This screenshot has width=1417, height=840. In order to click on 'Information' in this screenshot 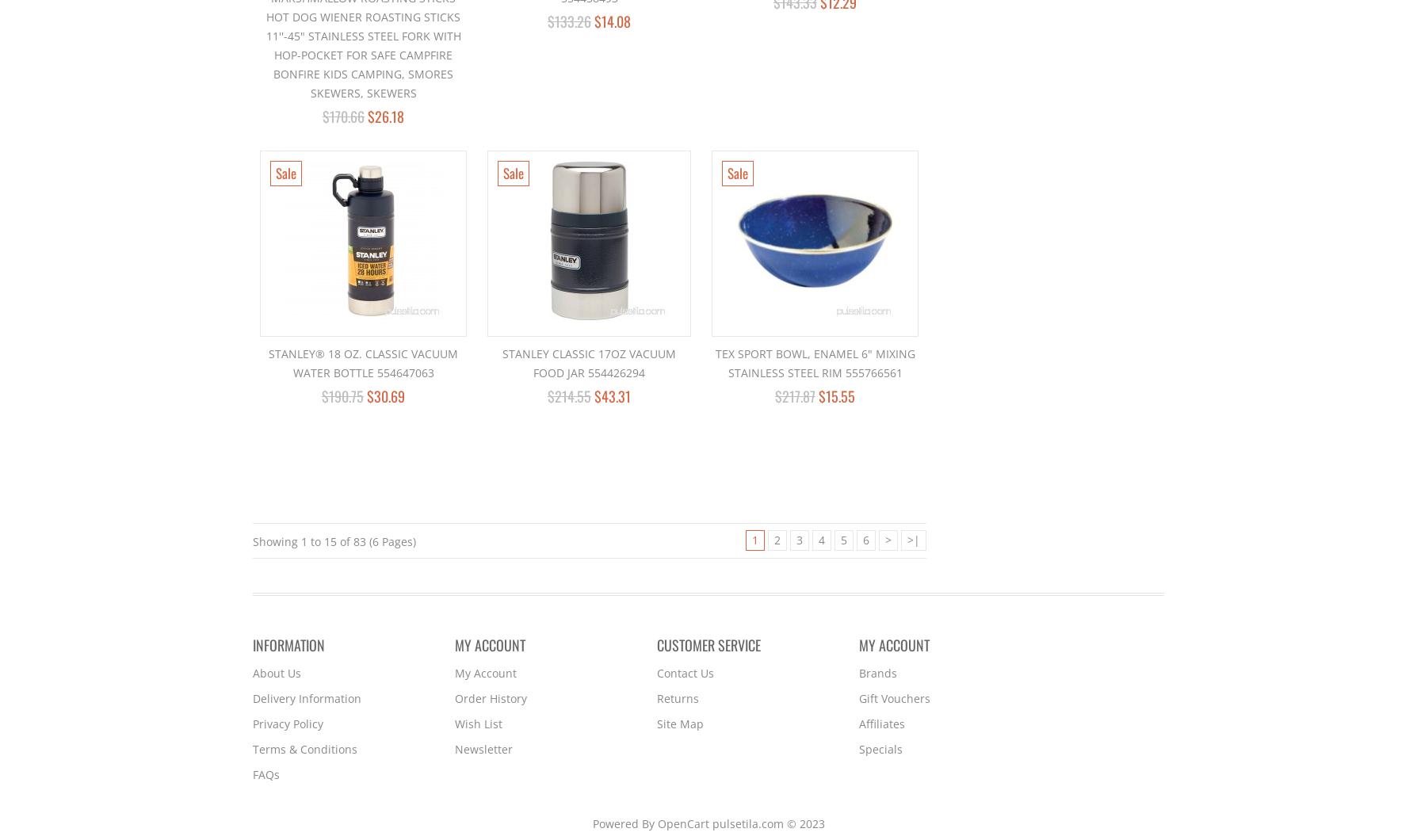, I will do `click(288, 644)`.